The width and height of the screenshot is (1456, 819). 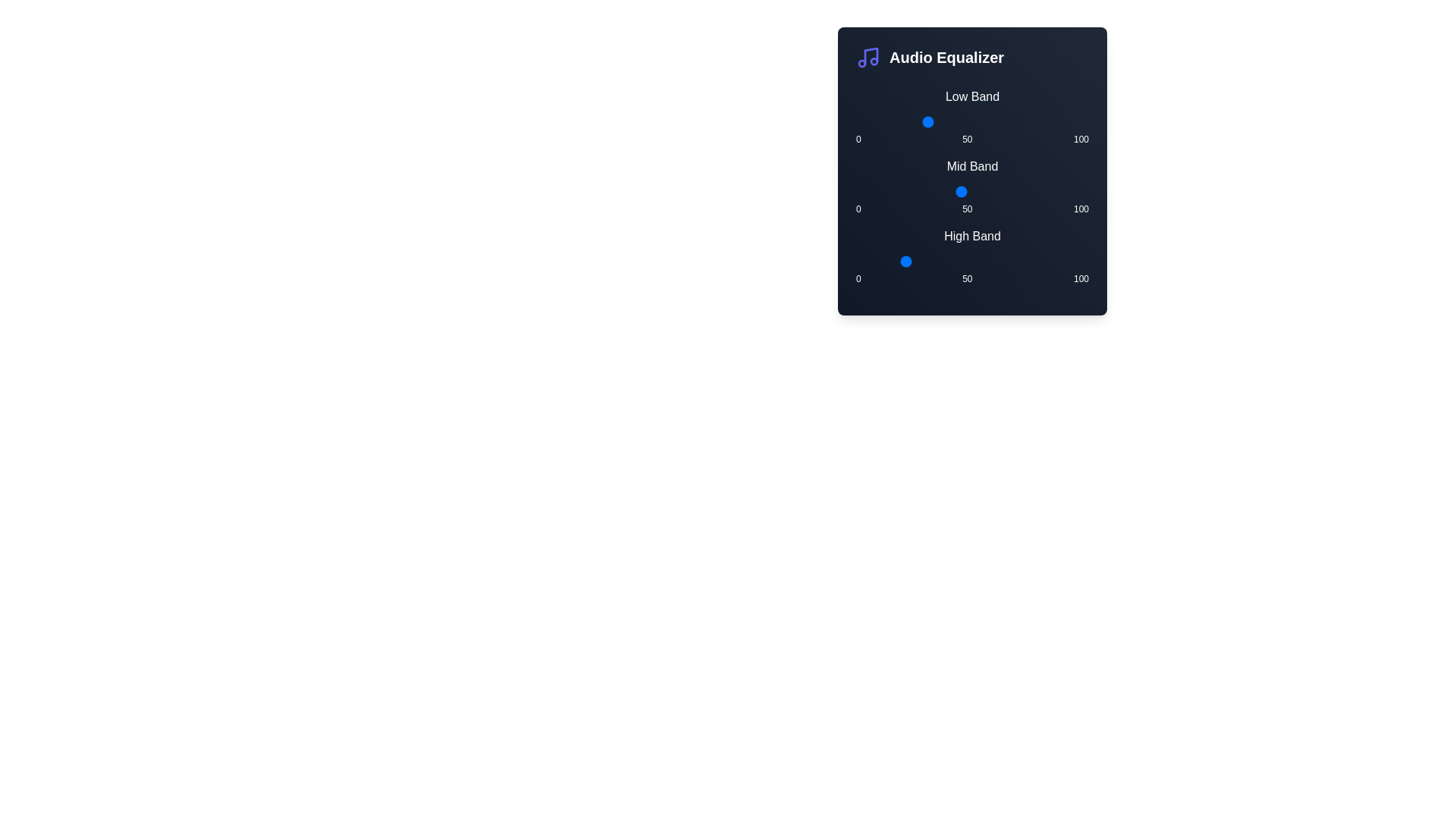 What do you see at coordinates (902, 260) in the screenshot?
I see `the High Band slider to 20` at bounding box center [902, 260].